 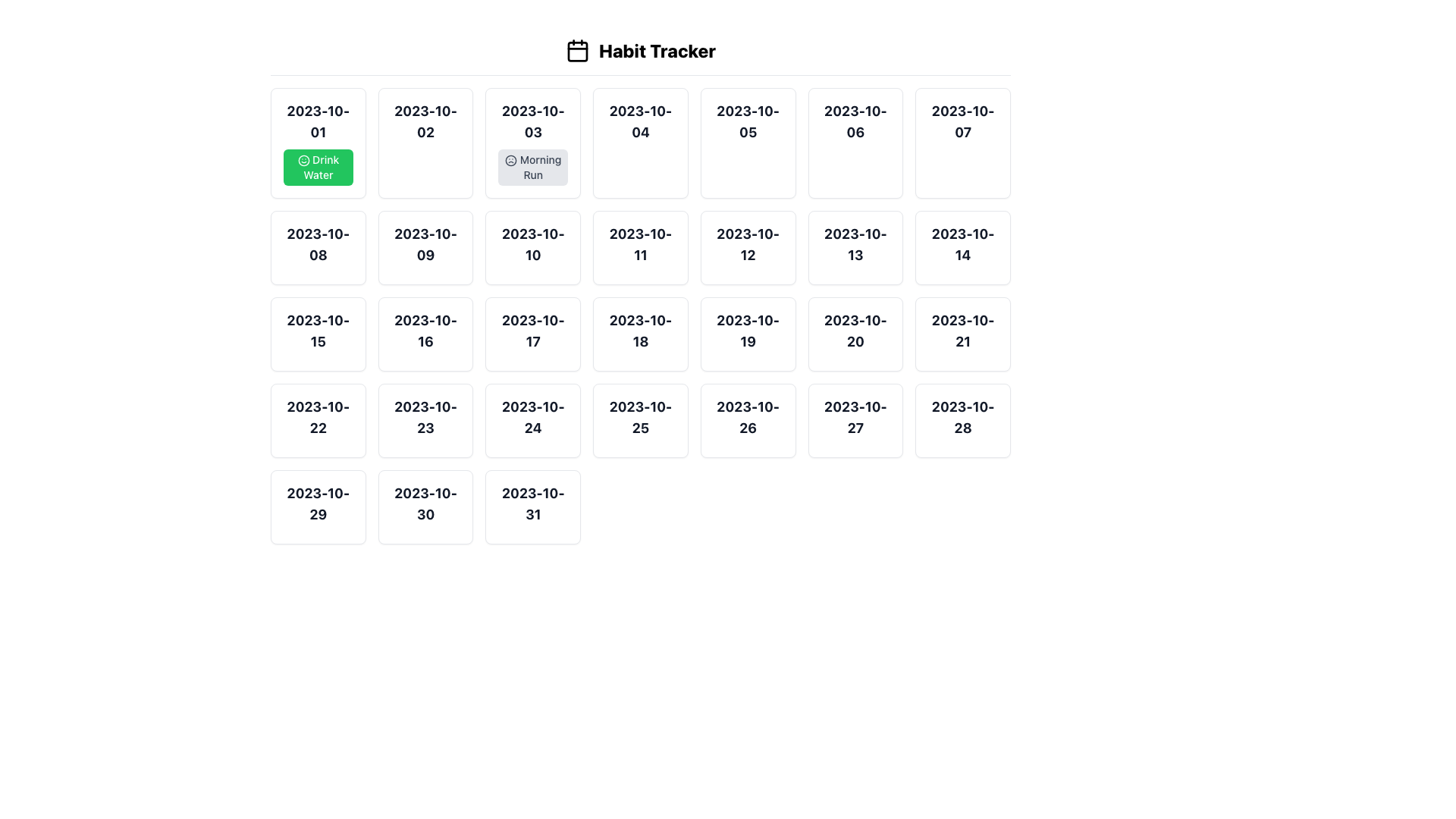 I want to click on the calendar icon located to the left of the 'Habit Tracker' text, which visually represents the application's purpose of tracking dates or events, so click(x=577, y=49).